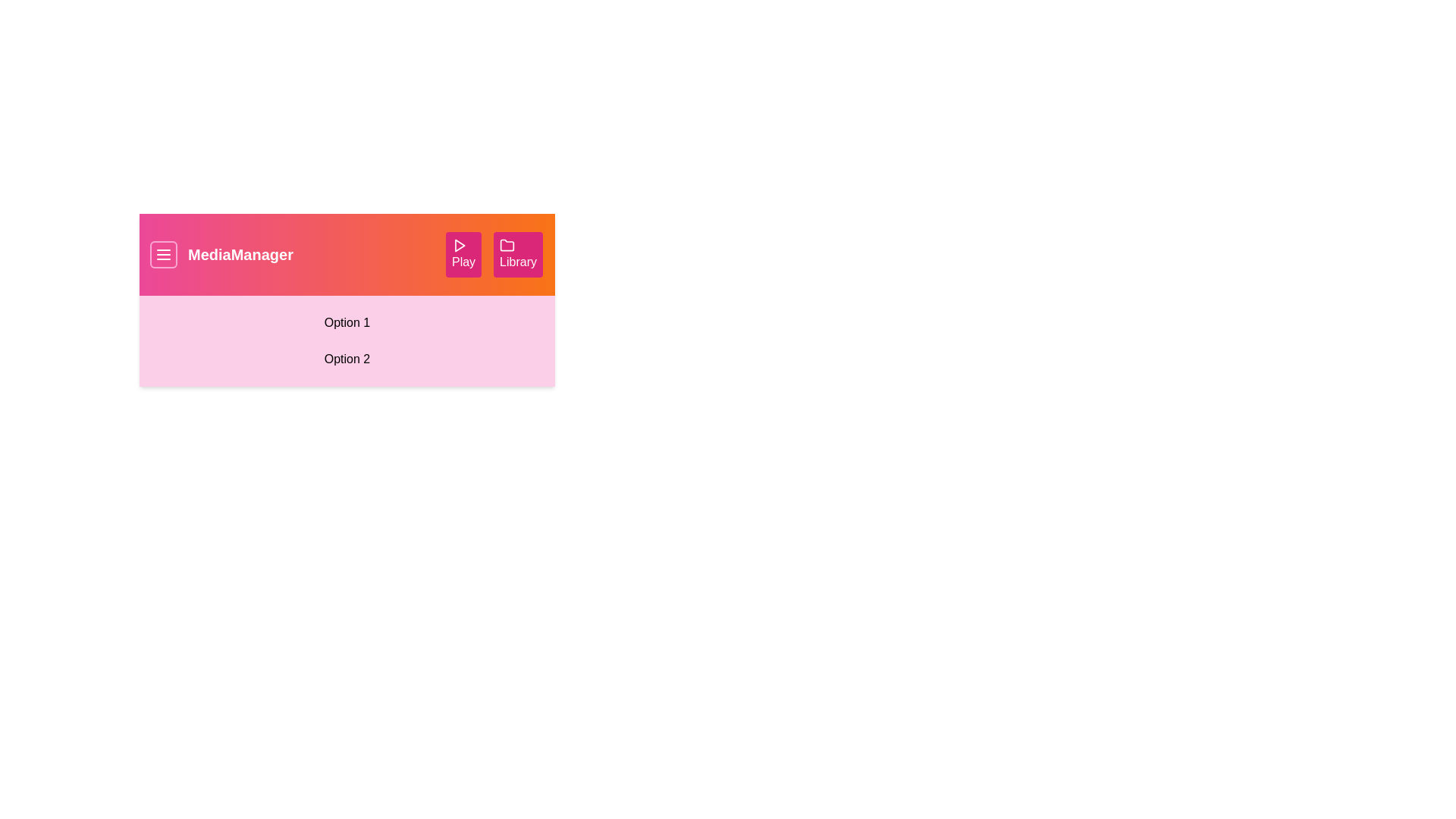 This screenshot has width=1456, height=819. I want to click on the 'Library' button, so click(518, 253).